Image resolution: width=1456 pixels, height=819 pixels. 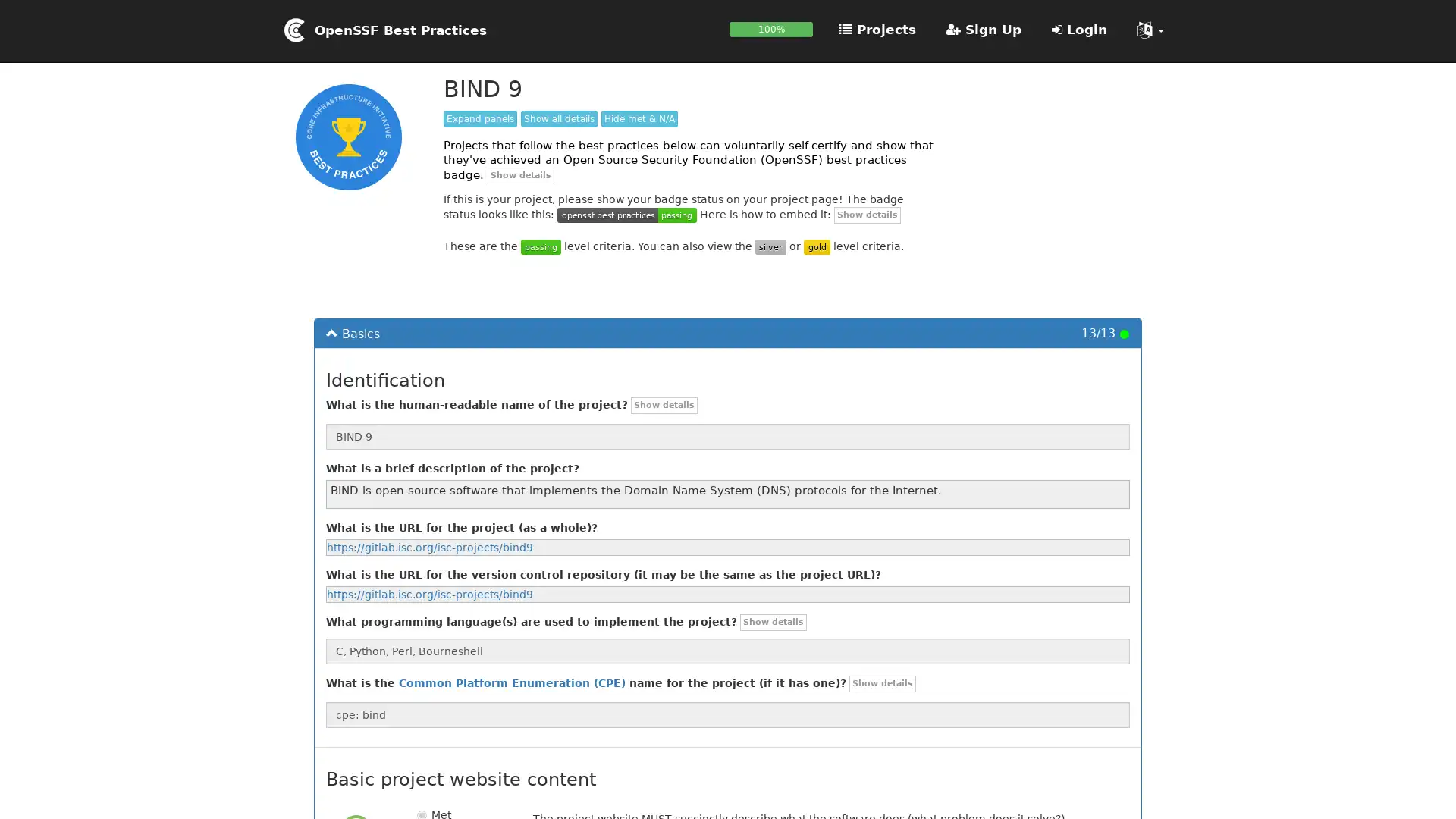 I want to click on Show details, so click(x=867, y=214).